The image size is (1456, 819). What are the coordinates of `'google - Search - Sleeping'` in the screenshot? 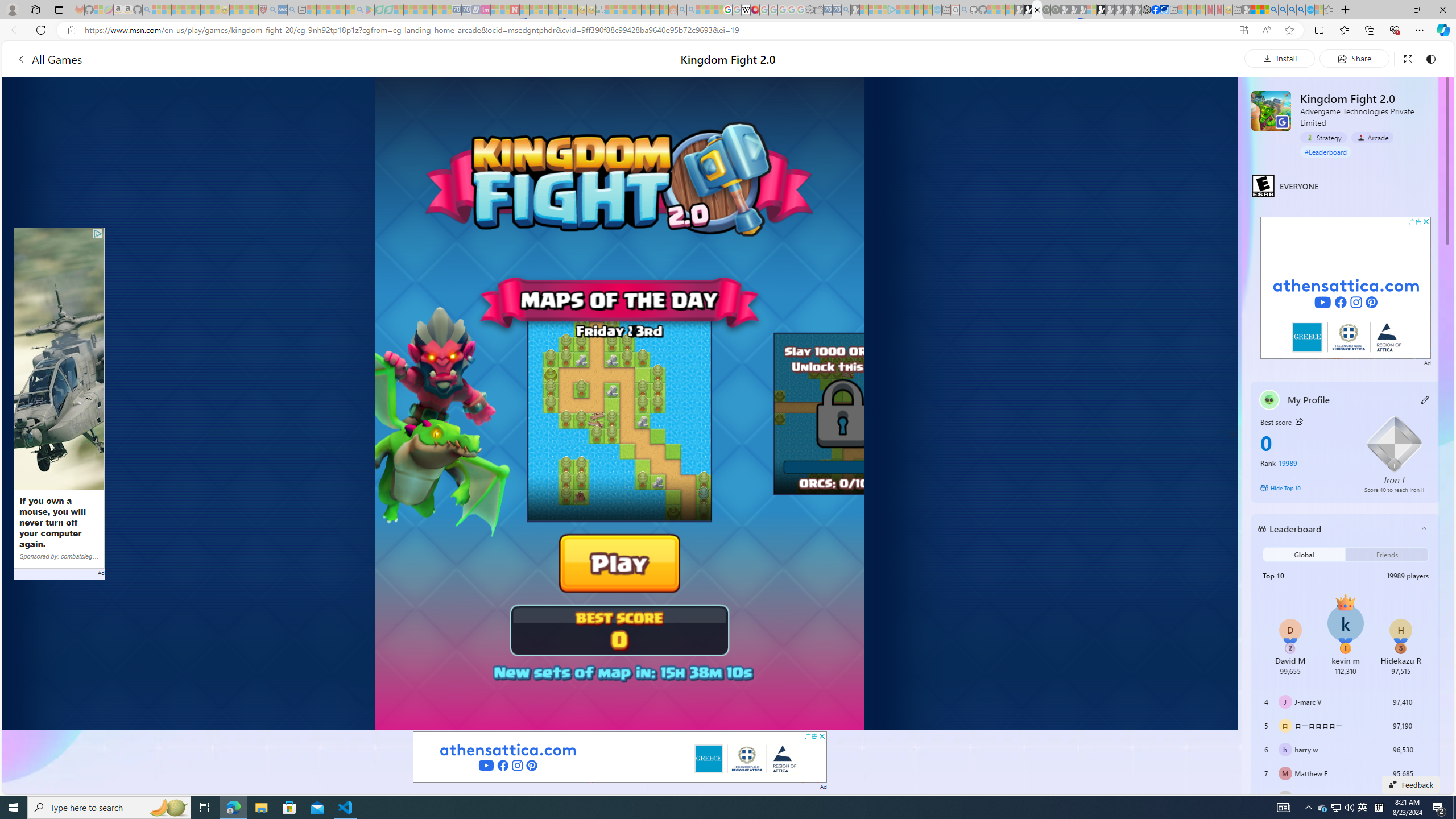 It's located at (359, 9).